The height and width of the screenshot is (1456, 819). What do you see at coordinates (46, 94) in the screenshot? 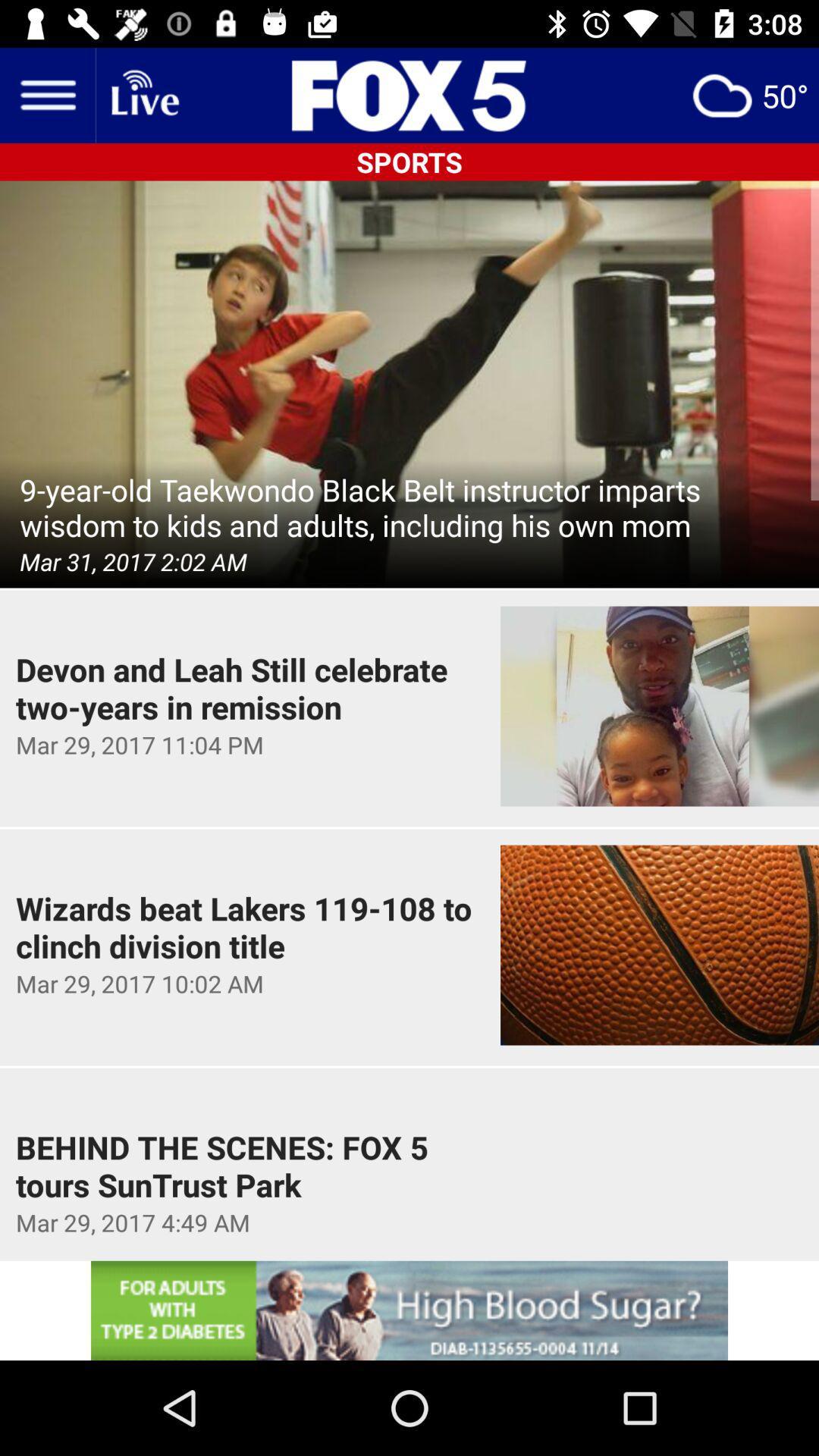
I see `the menu icon` at bounding box center [46, 94].